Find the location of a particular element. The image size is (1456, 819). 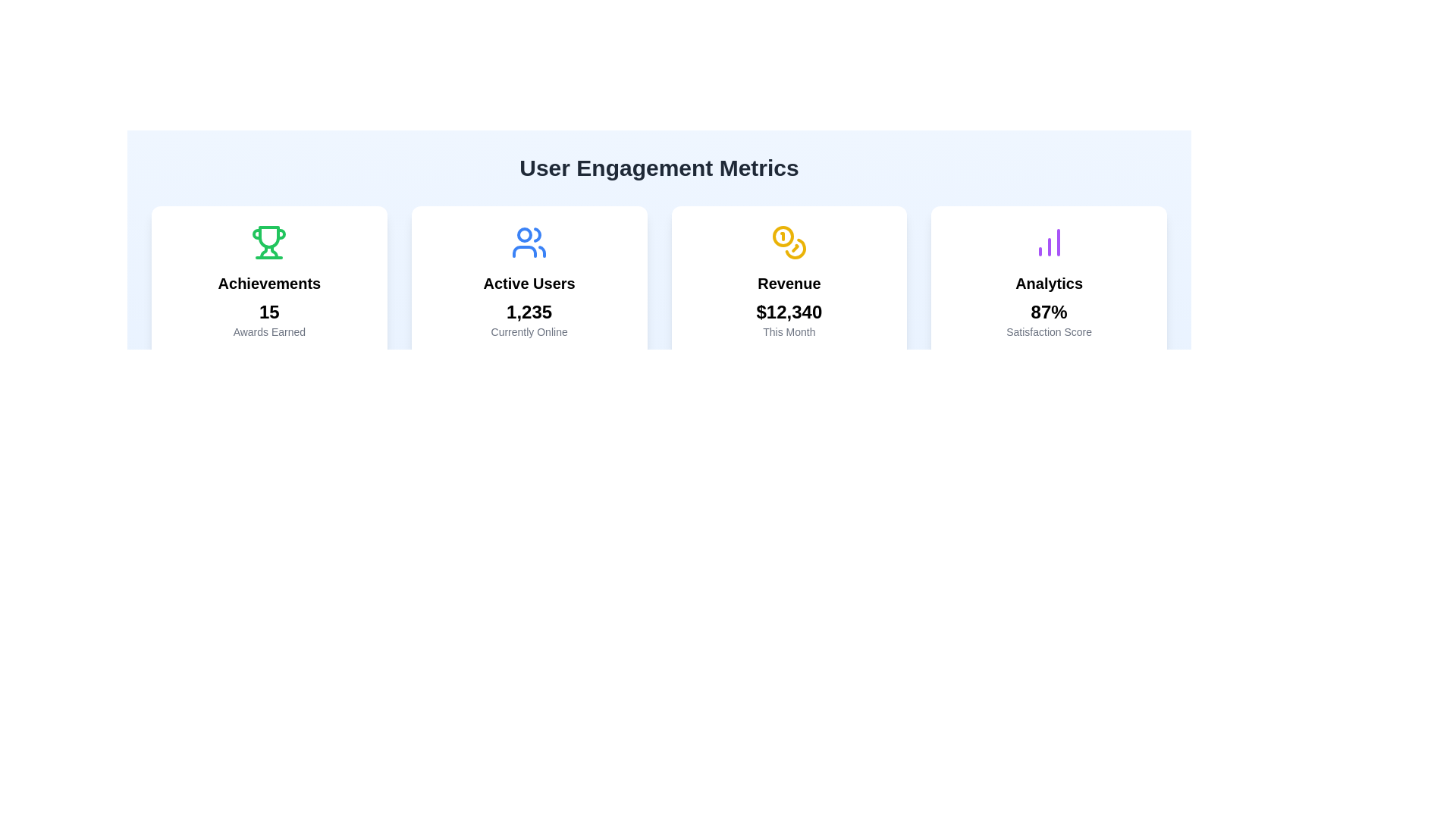

the numeric text block displaying '1,235' which is located below the heading 'Active Users' within the second card in a row of four cards is located at coordinates (529, 312).